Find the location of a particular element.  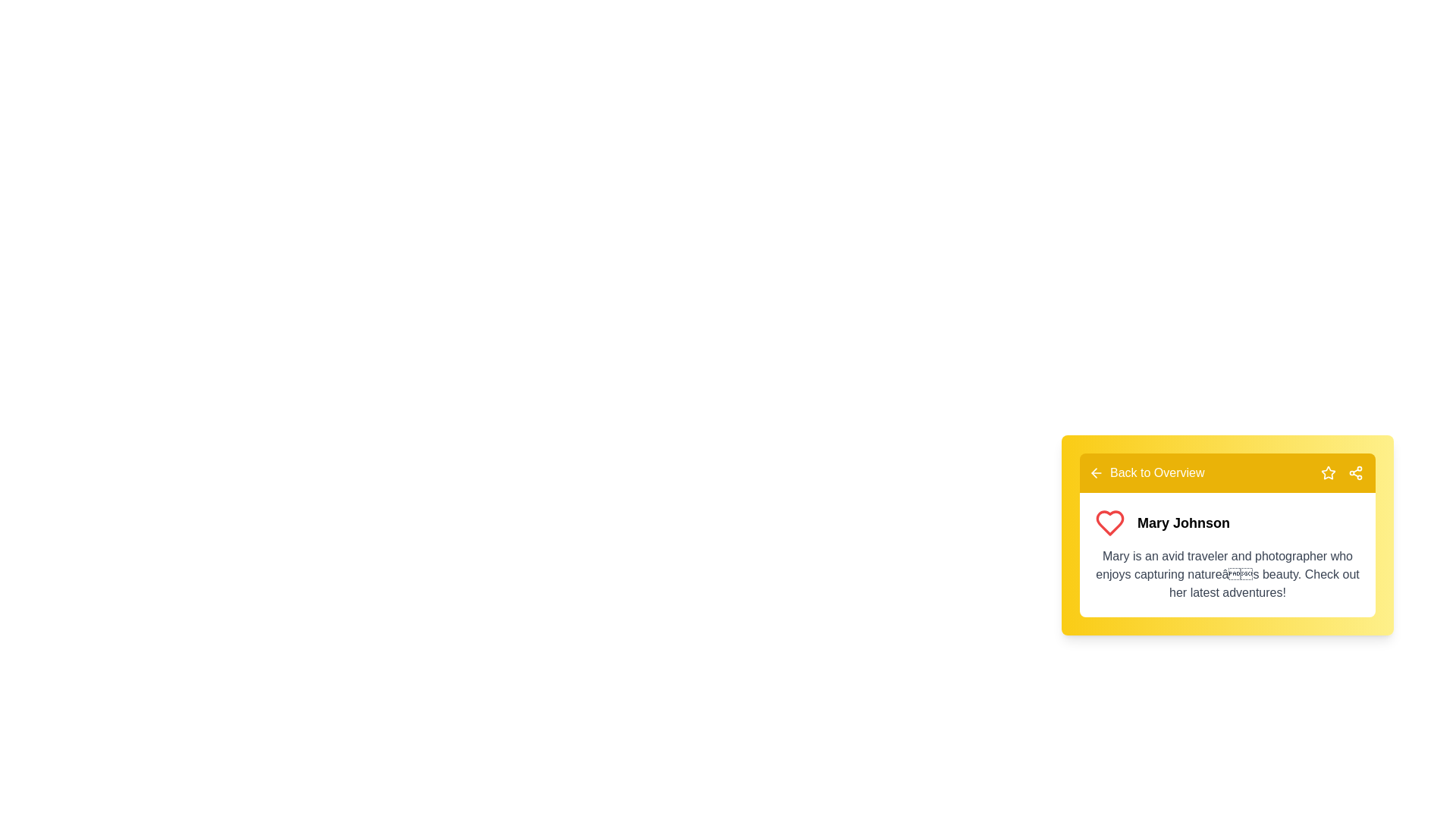

the 'Back to Overview' text label, which is styled with a yellow background and centered white text is located at coordinates (1156, 472).